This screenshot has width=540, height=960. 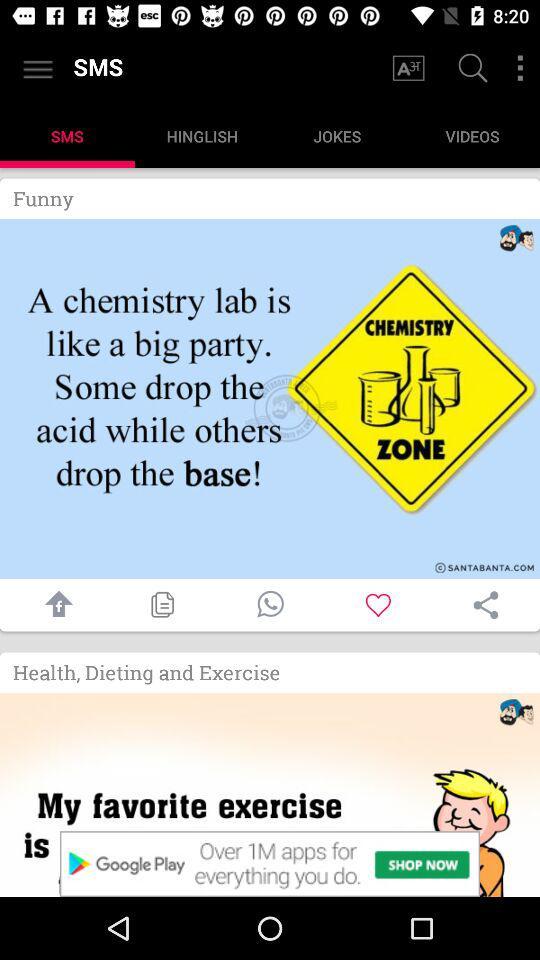 I want to click on like button, so click(x=378, y=604).